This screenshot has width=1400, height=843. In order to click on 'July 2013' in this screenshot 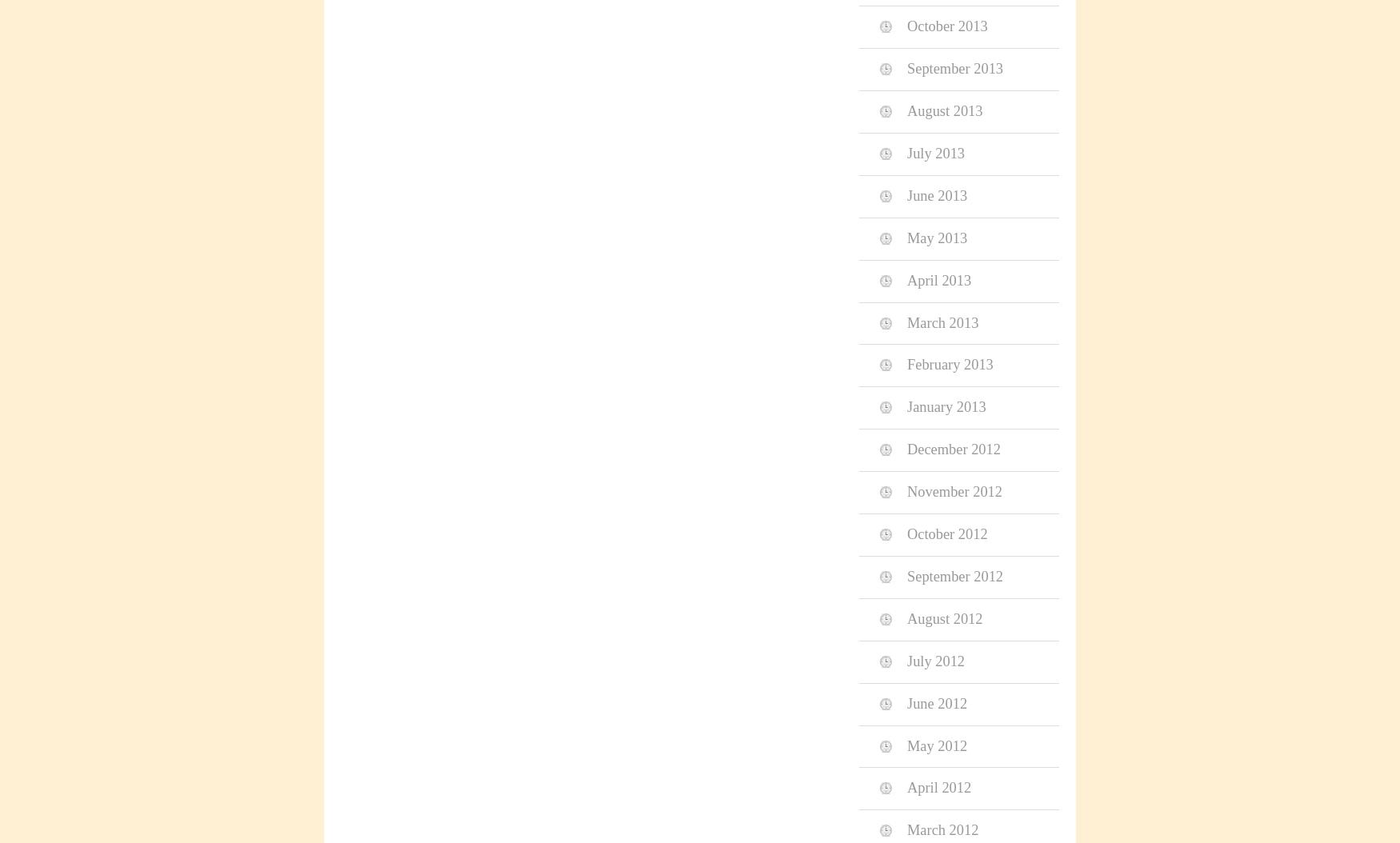, I will do `click(935, 151)`.